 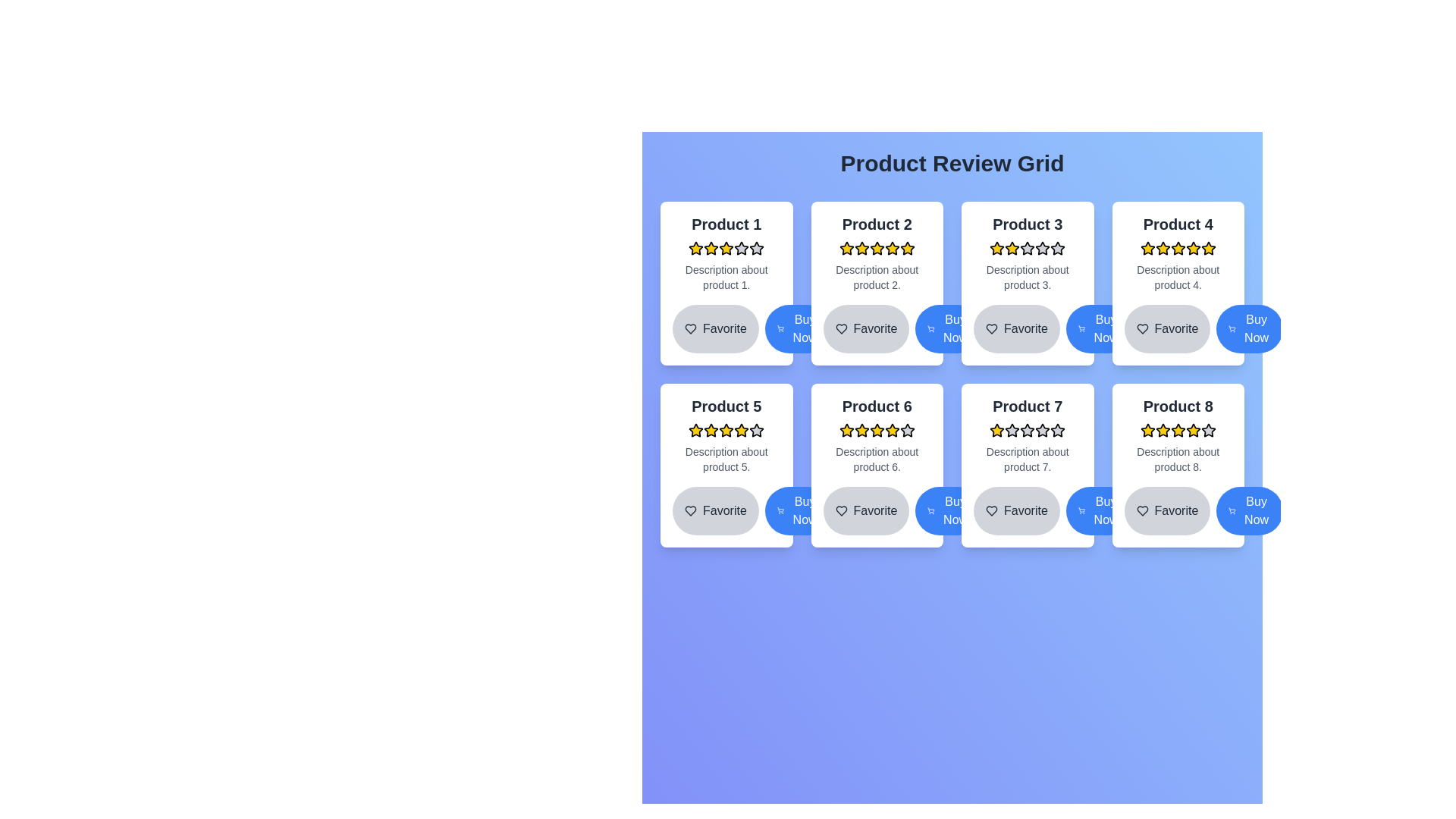 I want to click on the fifth star-shaped rating icon in the 'Product 7' card, so click(x=1057, y=430).